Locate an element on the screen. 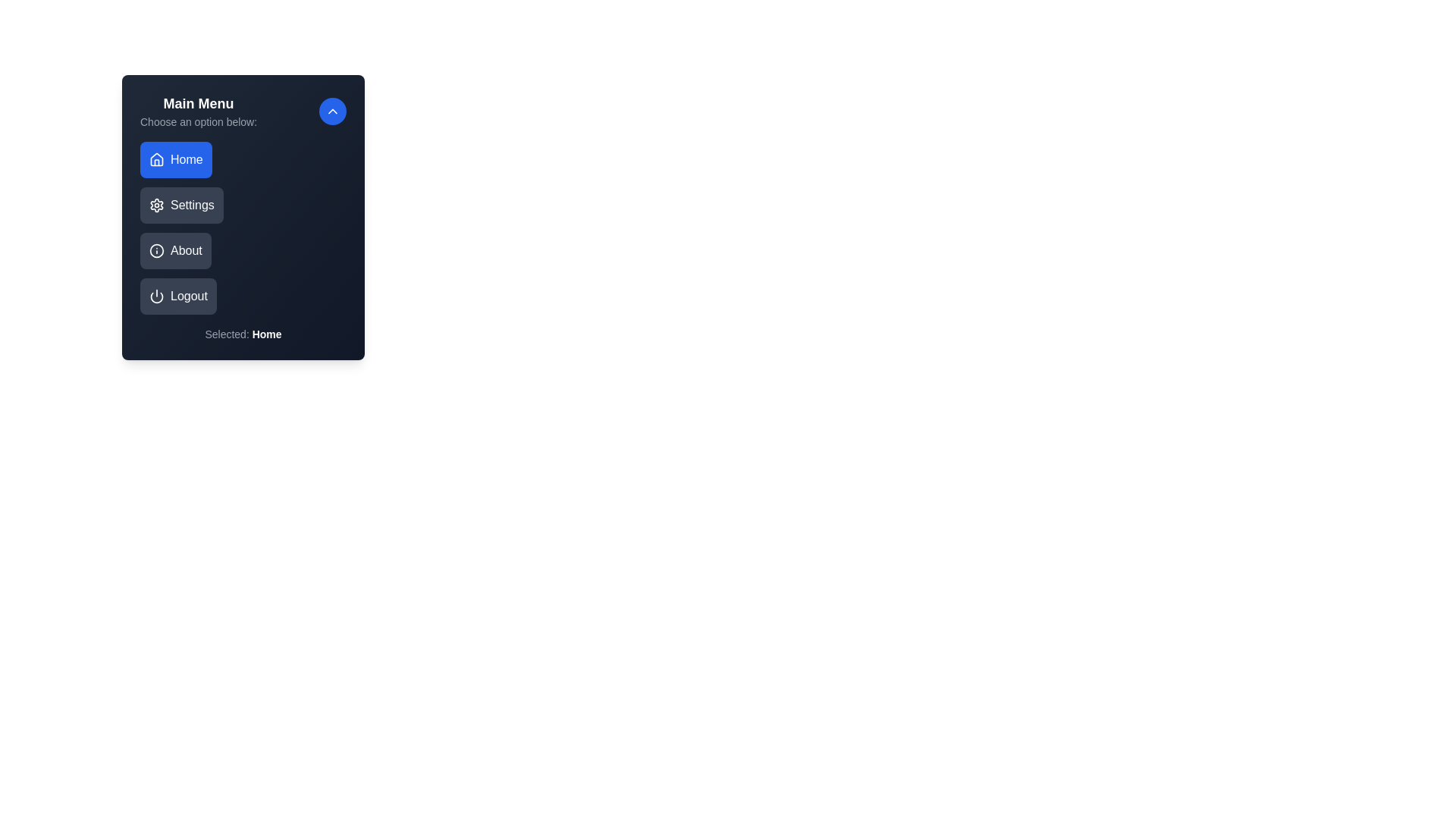  text block displaying 'Main Menu' and 'Choose an option below:' which is positioned at the upper section of the panel, left of the upward-pointing arrow button is located at coordinates (198, 110).